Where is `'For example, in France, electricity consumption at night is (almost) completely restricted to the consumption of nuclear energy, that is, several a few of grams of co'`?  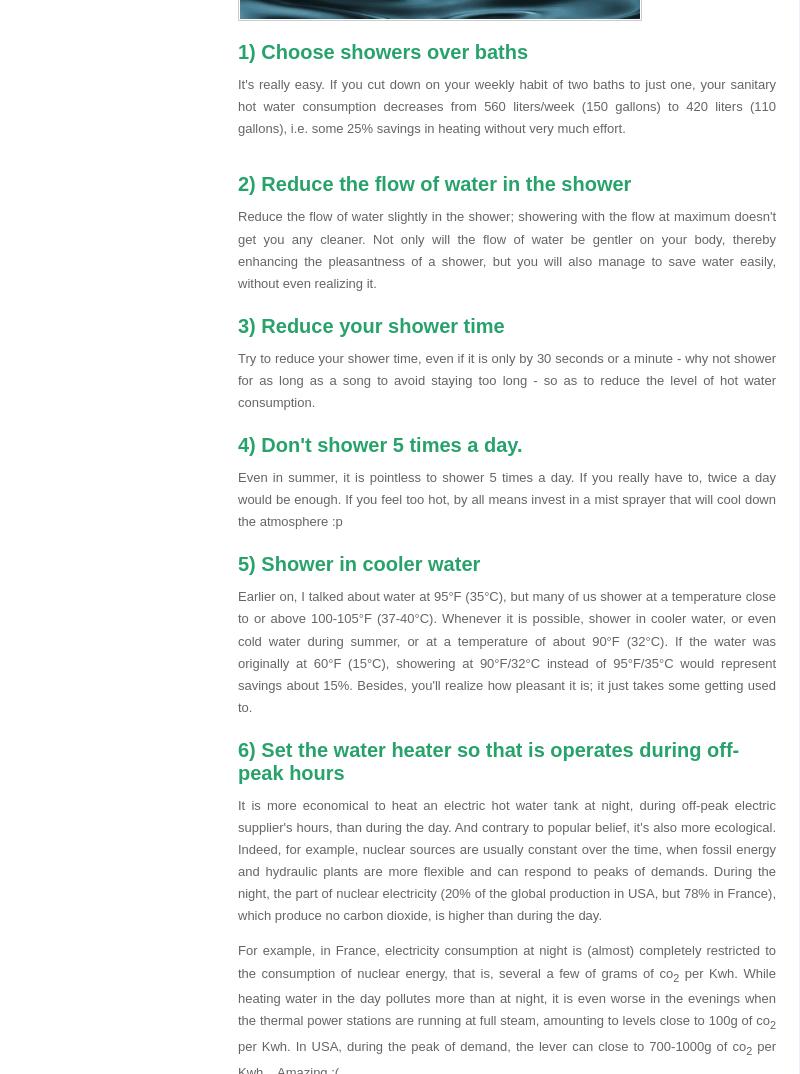
'For example, in France, electricity consumption at night is (almost) completely restricted to the consumption of nuclear energy, that is, several a few of grams of co' is located at coordinates (506, 961).